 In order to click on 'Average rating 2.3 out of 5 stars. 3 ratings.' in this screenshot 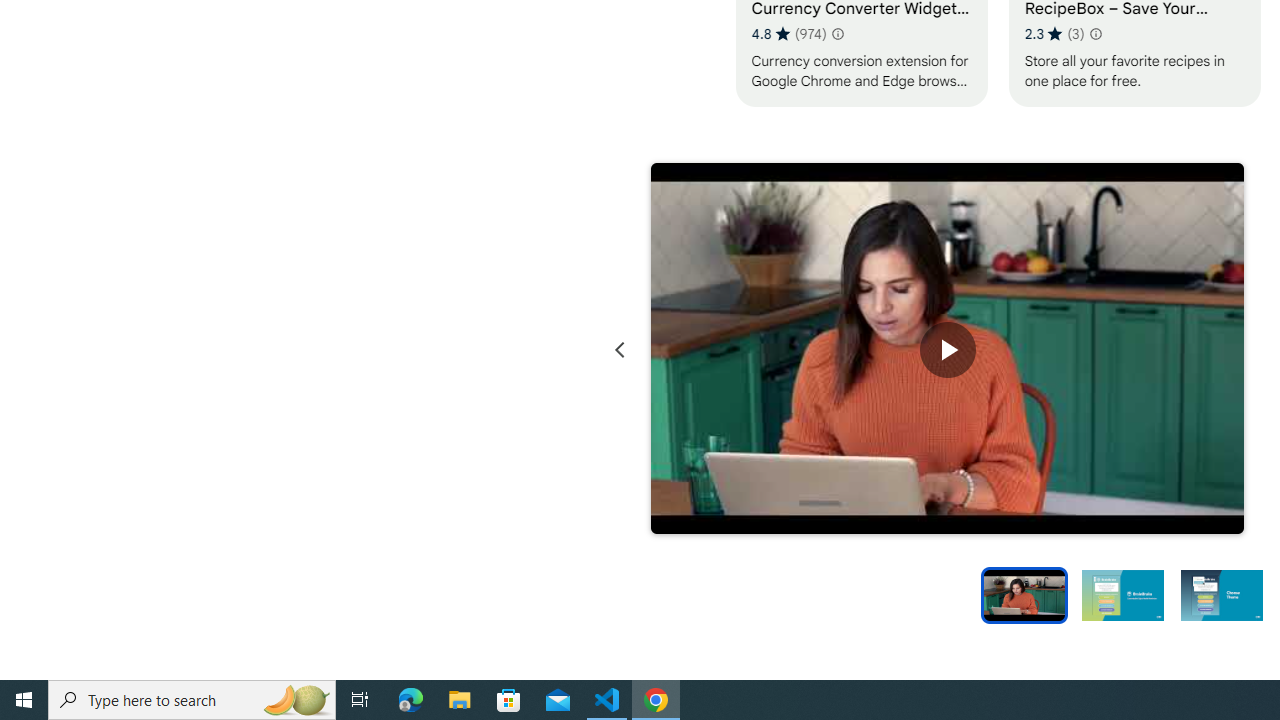, I will do `click(1053, 33)`.